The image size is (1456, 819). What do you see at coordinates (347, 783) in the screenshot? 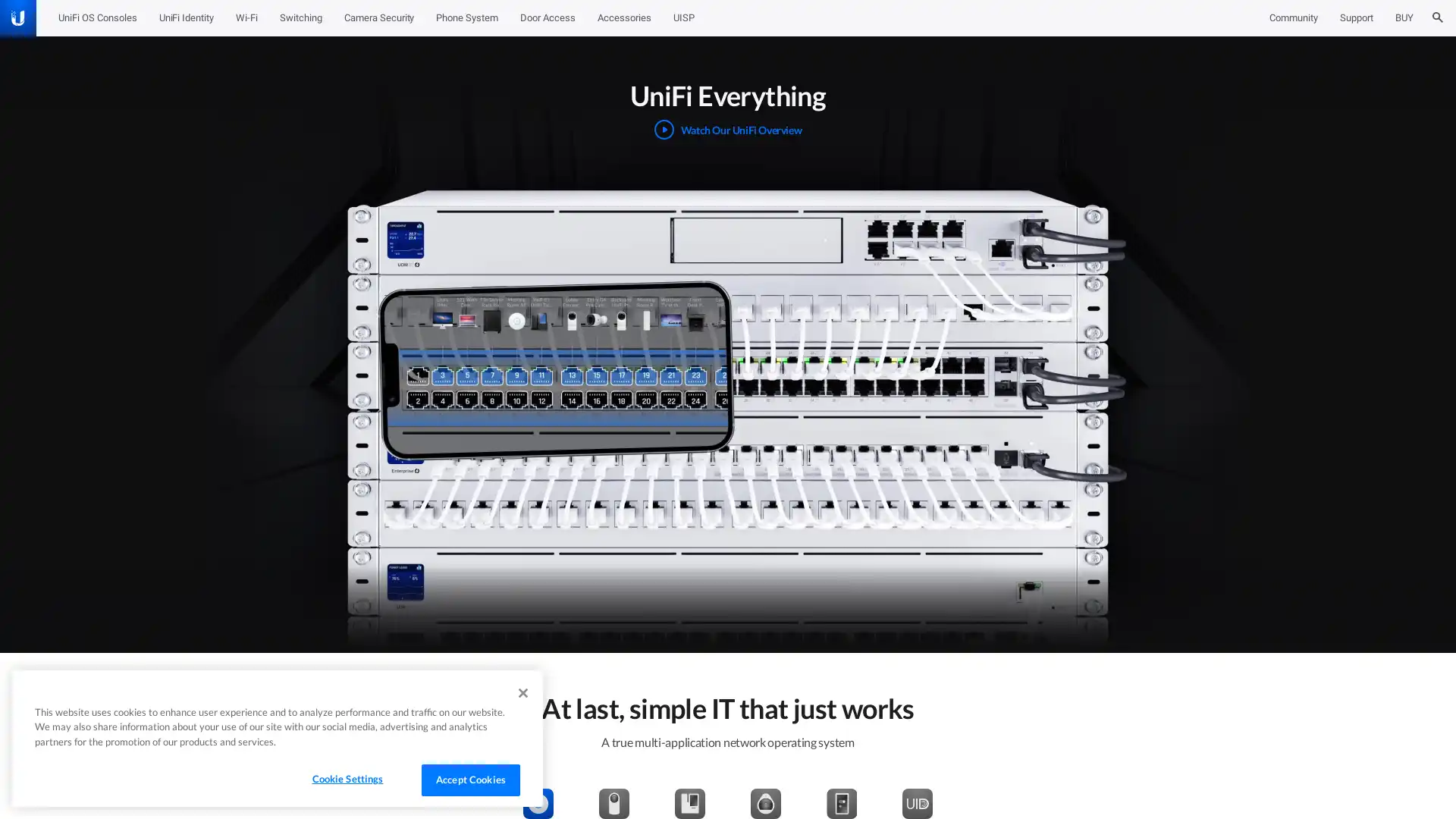
I see `Cookie Settings` at bounding box center [347, 783].